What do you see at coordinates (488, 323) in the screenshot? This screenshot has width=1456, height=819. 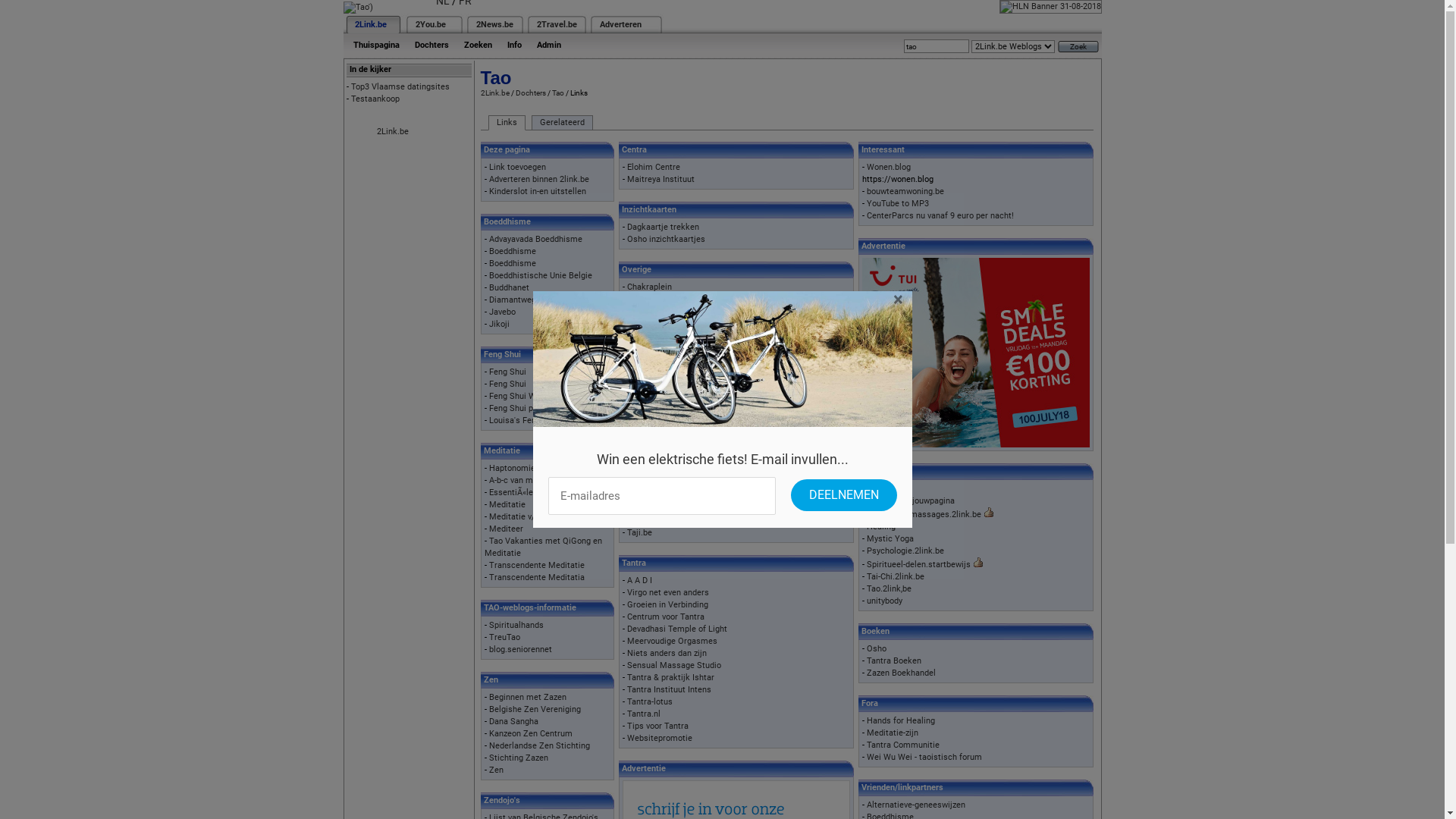 I see `'Jikoji'` at bounding box center [488, 323].